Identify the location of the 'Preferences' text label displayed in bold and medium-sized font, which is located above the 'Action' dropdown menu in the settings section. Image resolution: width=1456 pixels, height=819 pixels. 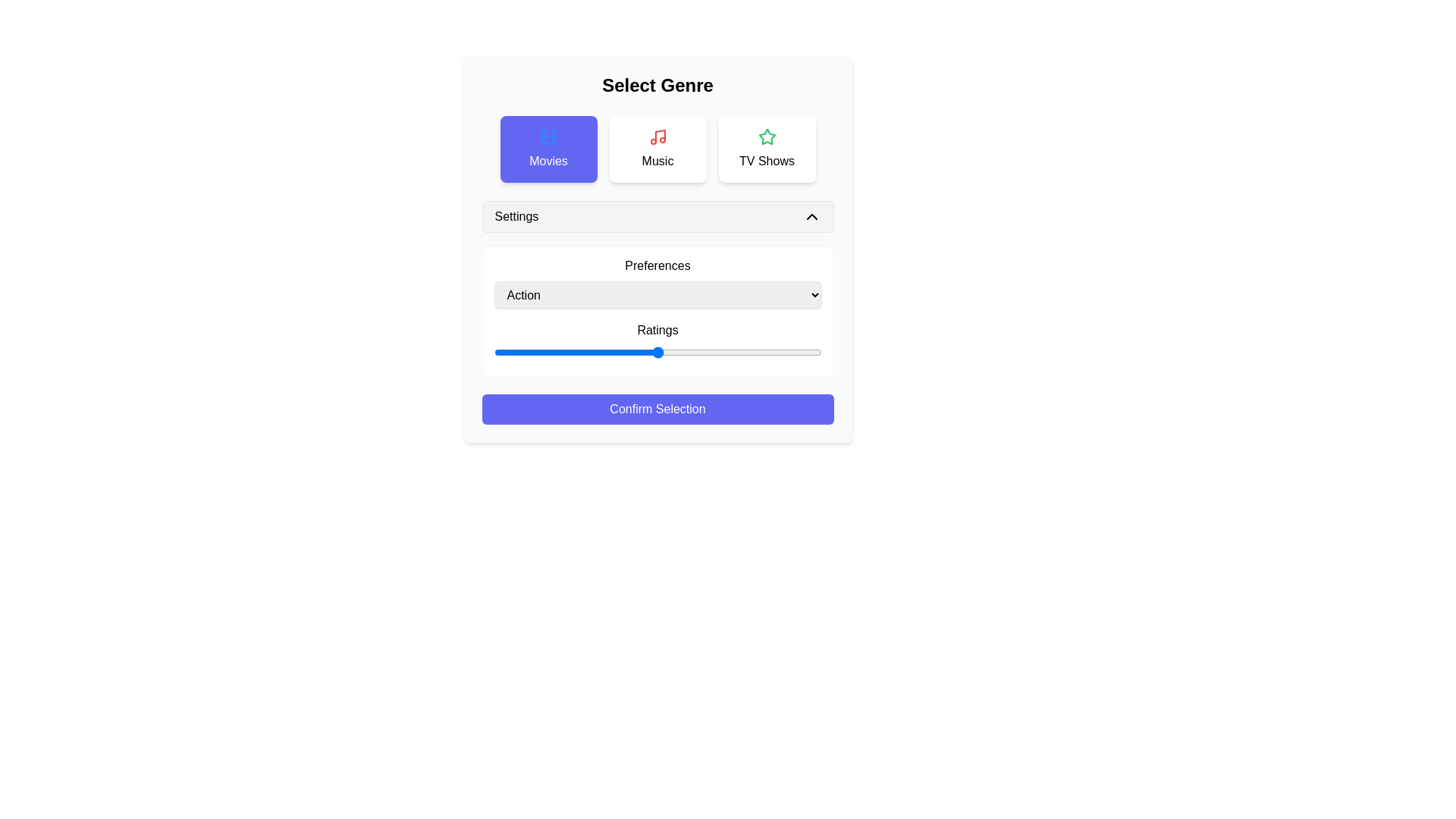
(657, 265).